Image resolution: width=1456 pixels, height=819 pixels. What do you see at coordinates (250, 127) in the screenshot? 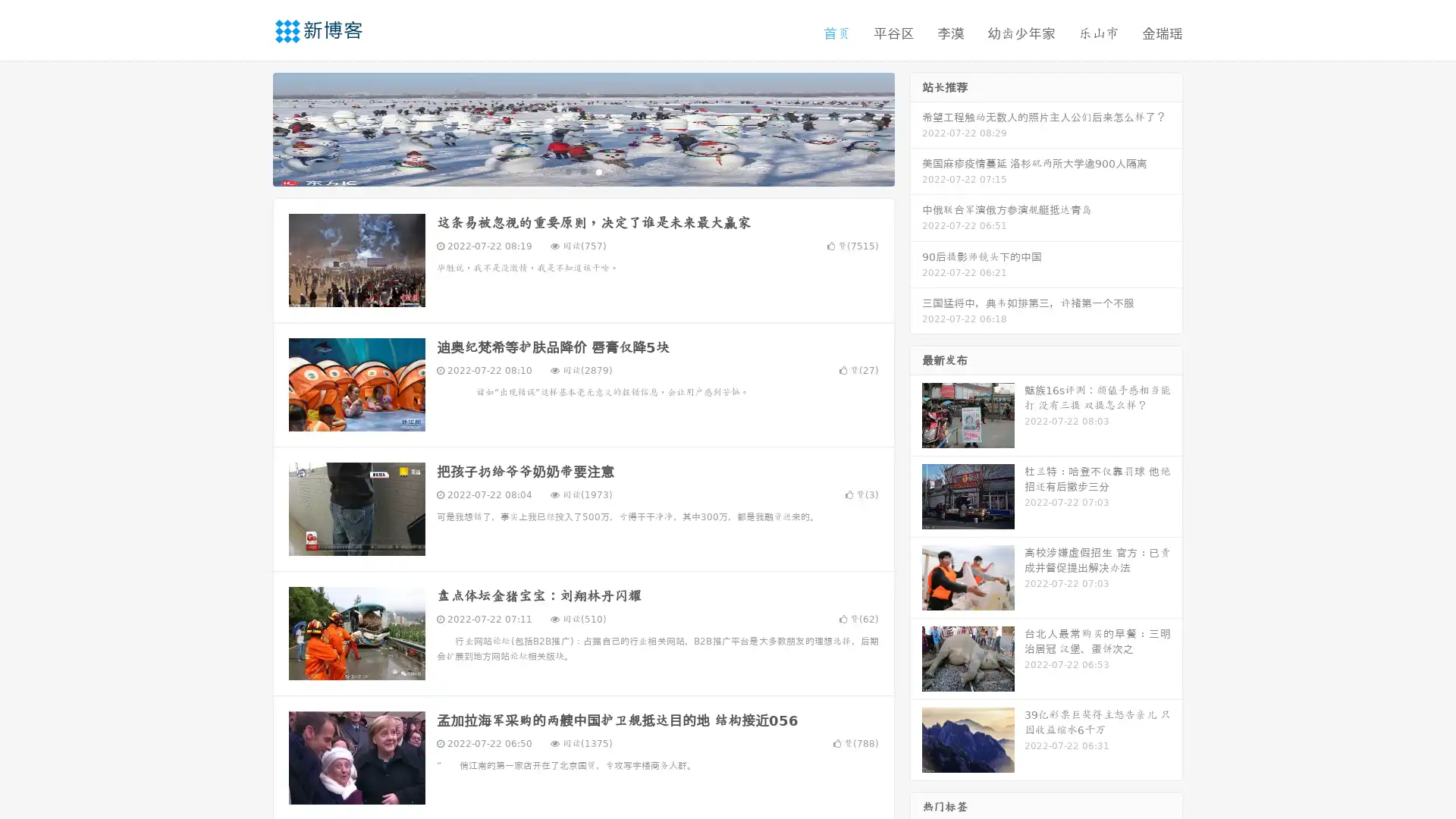
I see `Previous slide` at bounding box center [250, 127].